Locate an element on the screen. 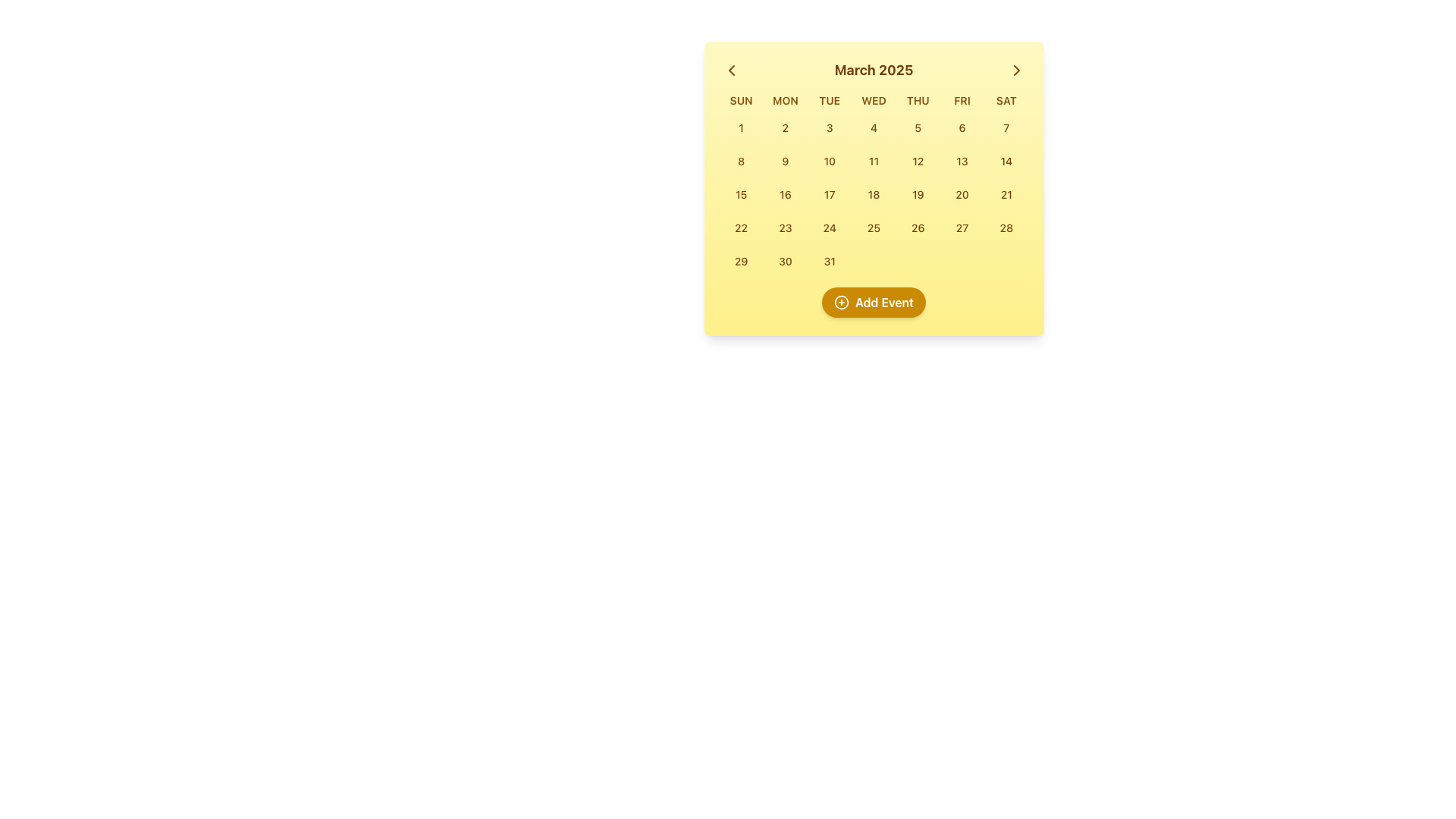 Image resolution: width=1456 pixels, height=819 pixels. the text label displaying '2' for Monday in the calendar interface is located at coordinates (785, 127).